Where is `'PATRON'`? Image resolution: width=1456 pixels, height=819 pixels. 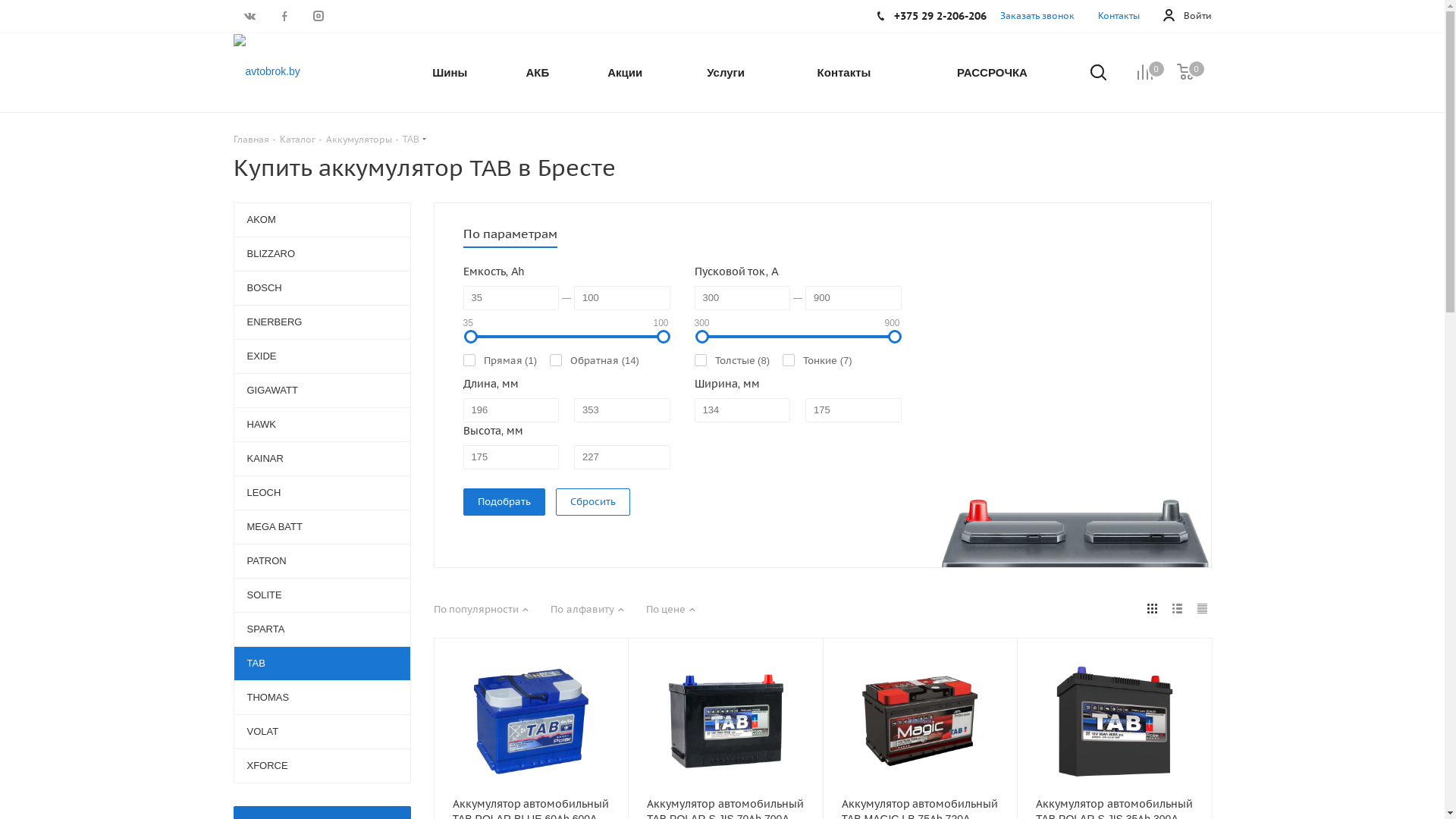 'PATRON' is located at coordinates (322, 560).